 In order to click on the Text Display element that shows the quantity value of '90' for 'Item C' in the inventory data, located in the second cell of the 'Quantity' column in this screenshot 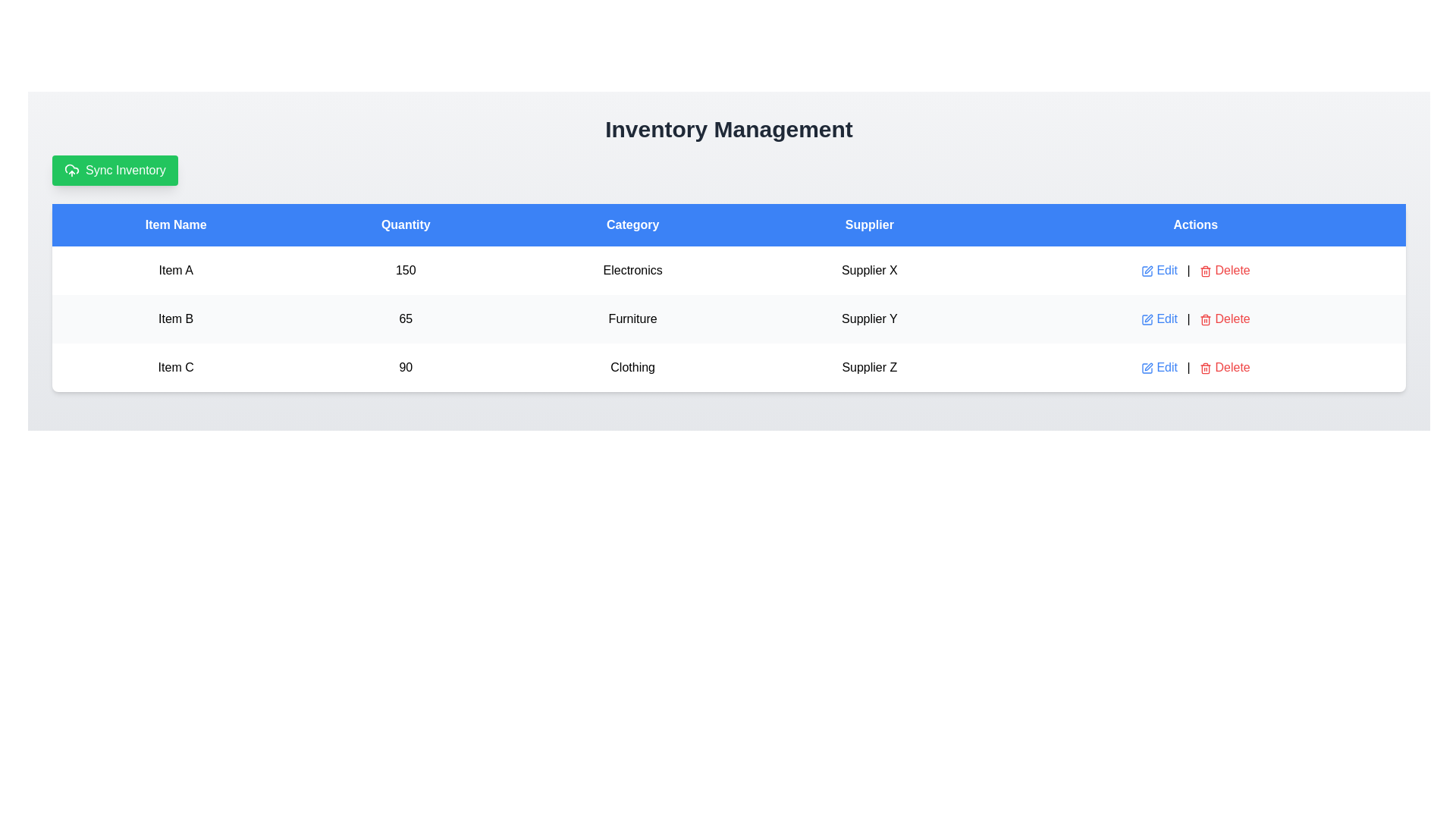, I will do `click(406, 368)`.